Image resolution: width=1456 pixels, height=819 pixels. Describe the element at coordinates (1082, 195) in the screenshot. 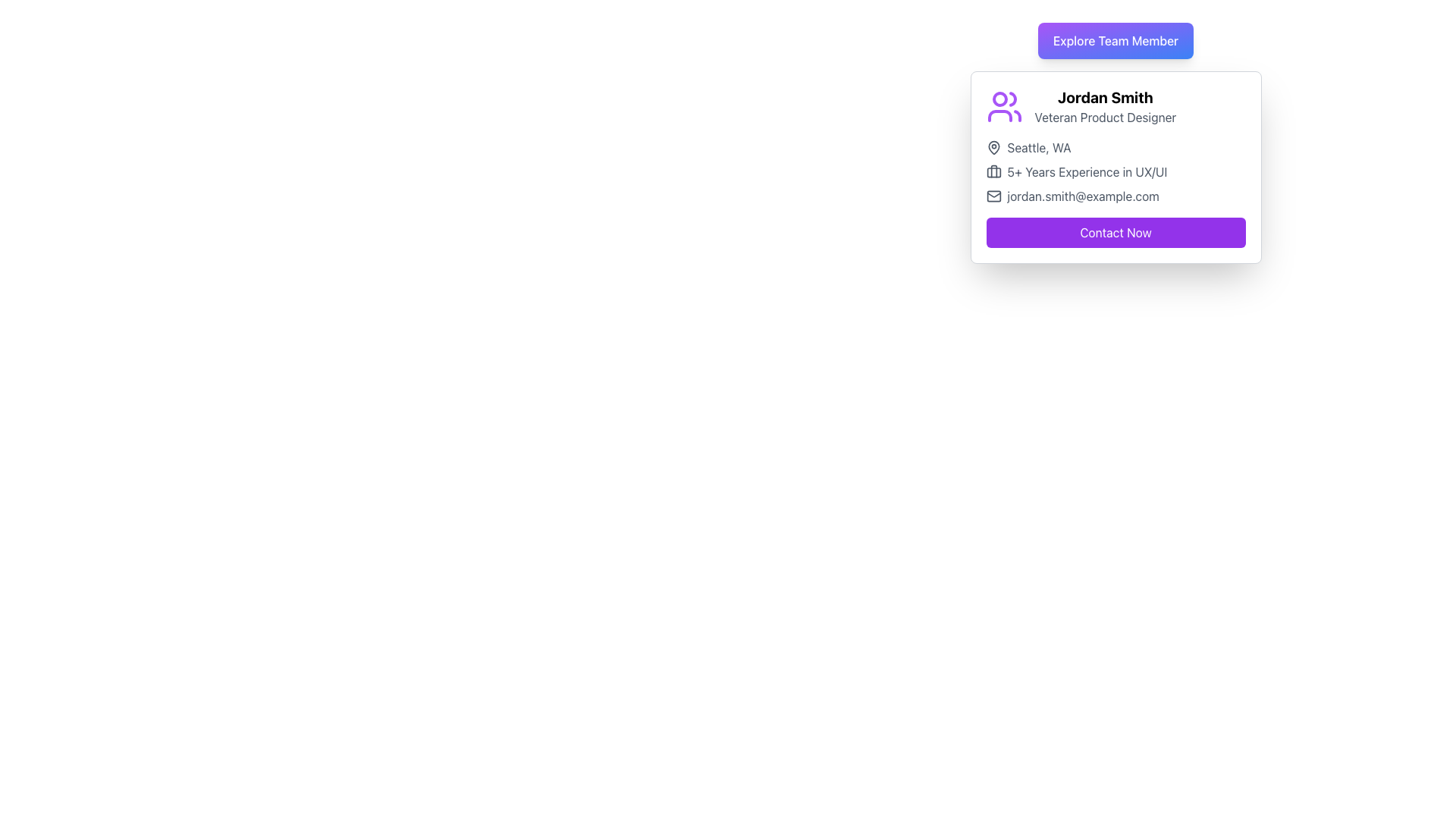

I see `text label displaying 'jordan.smith@example.com' located at the bottom region of the user information card, adjacent to the mail icon` at that location.